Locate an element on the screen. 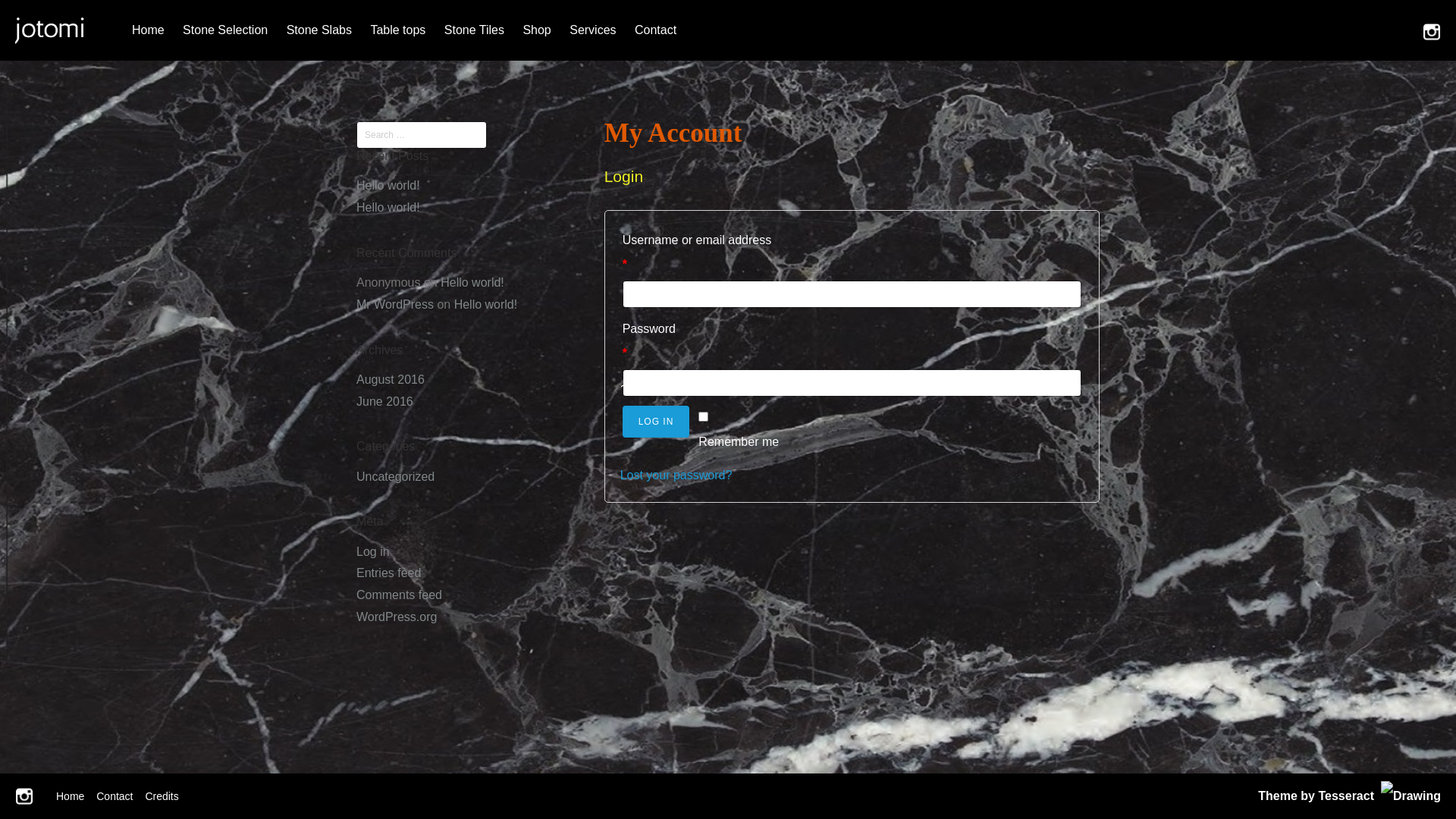 The image size is (1456, 819). 'Lost your password?' is located at coordinates (676, 474).